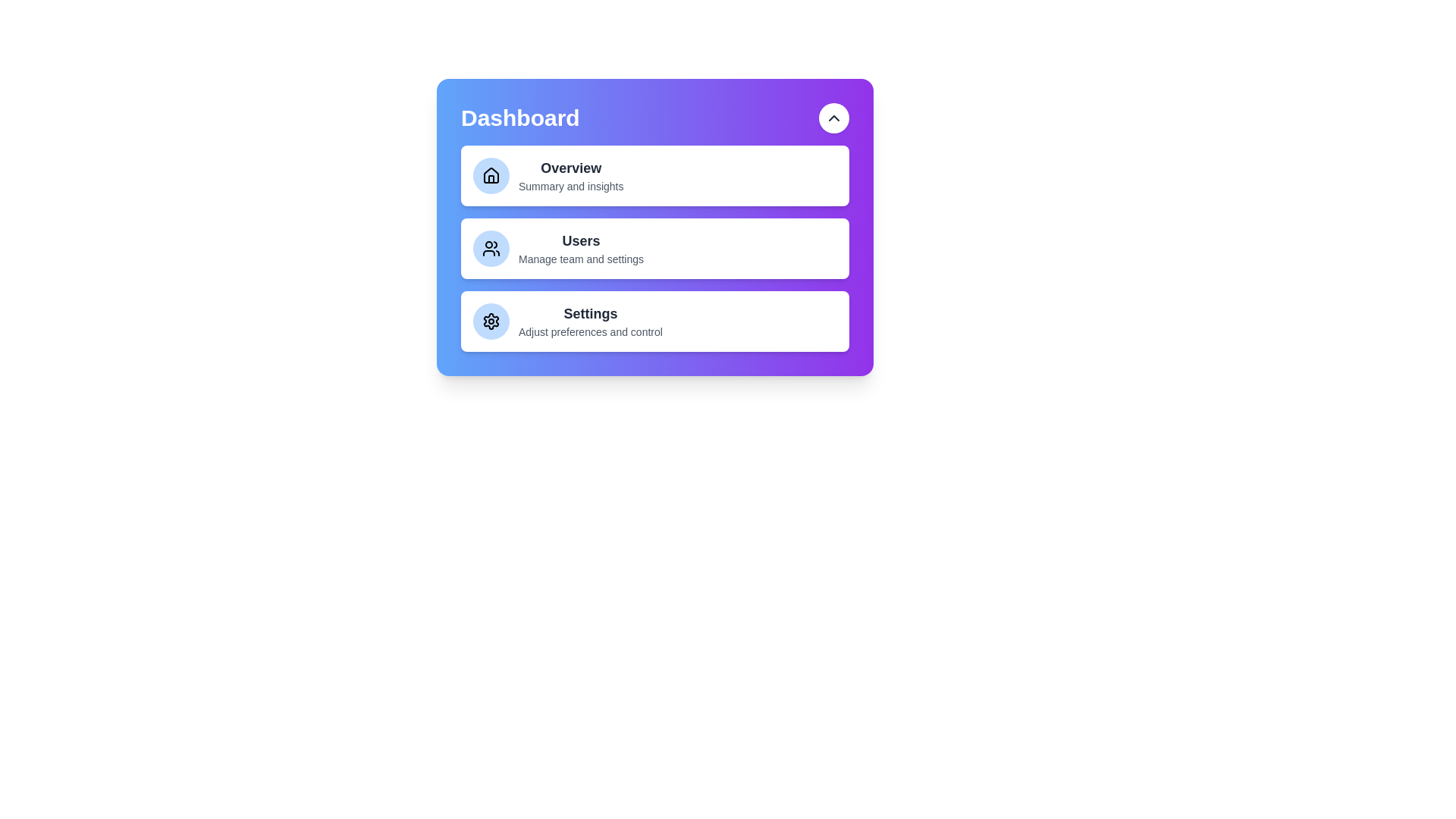 The width and height of the screenshot is (1456, 819). Describe the element at coordinates (655, 247) in the screenshot. I see `the menu item Users to select it` at that location.